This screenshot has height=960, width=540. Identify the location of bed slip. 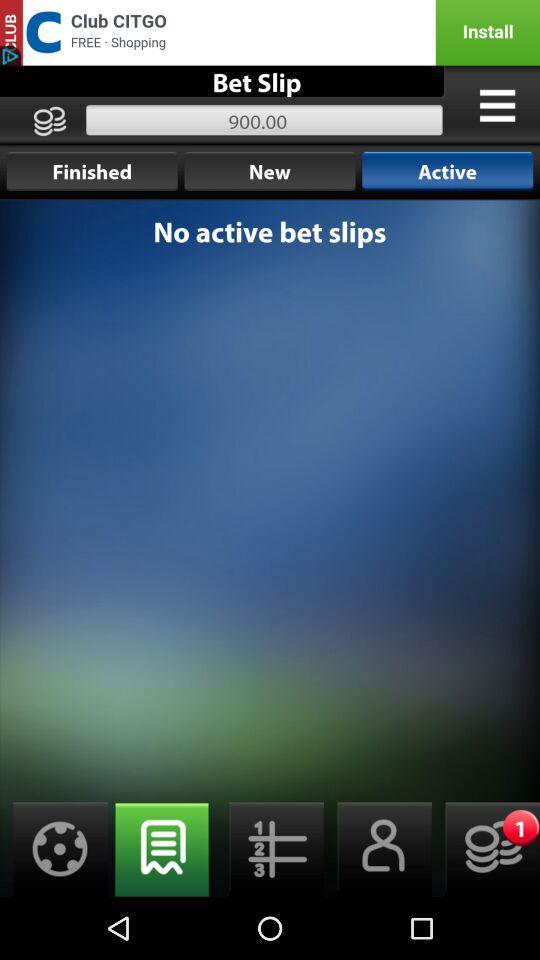
(378, 848).